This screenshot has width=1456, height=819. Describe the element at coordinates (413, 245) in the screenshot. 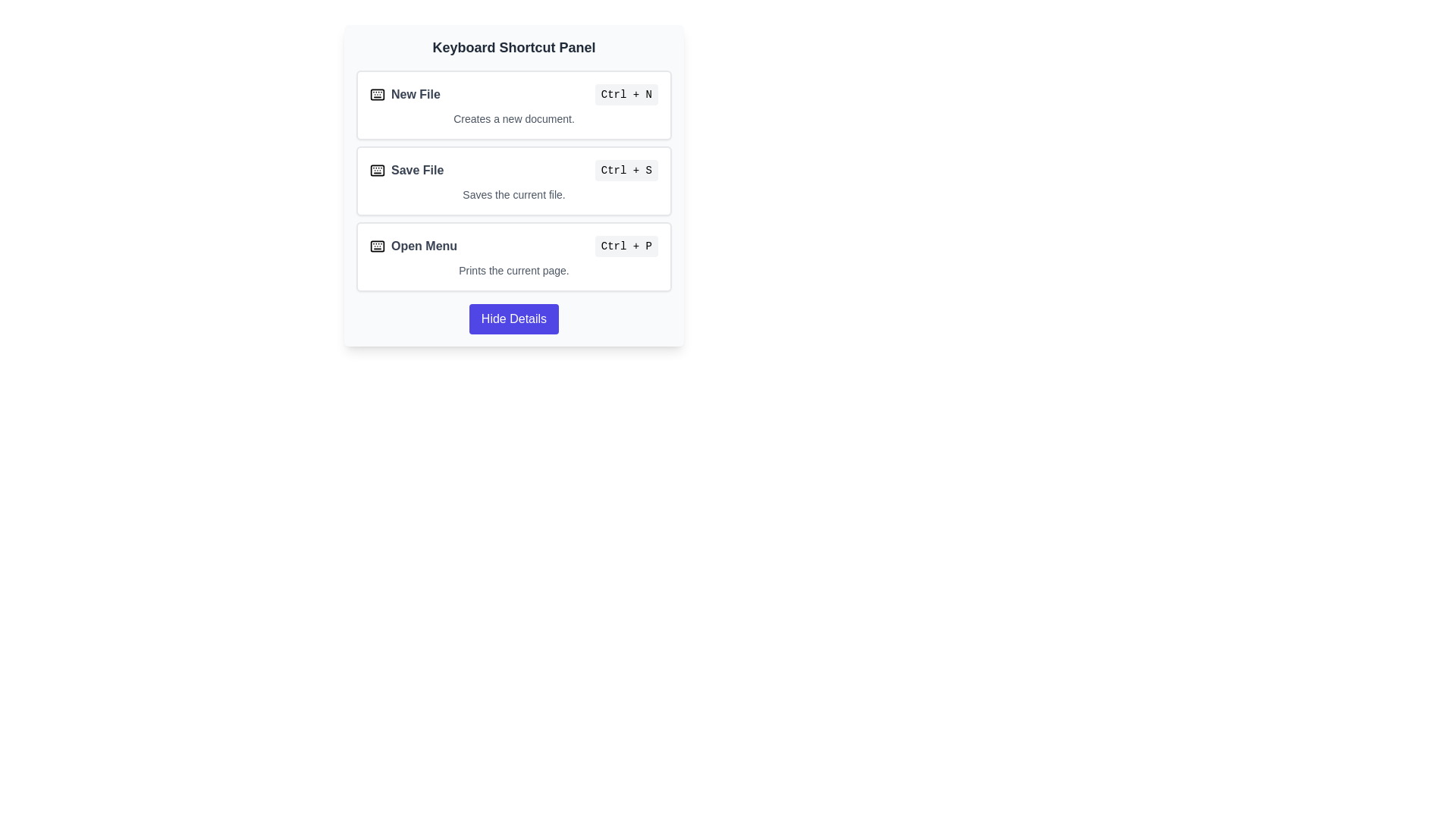

I see `associated keyboard shortcut for the 'Open Menu' text element, which displays 'Ctrl + P' to the right of it` at that location.